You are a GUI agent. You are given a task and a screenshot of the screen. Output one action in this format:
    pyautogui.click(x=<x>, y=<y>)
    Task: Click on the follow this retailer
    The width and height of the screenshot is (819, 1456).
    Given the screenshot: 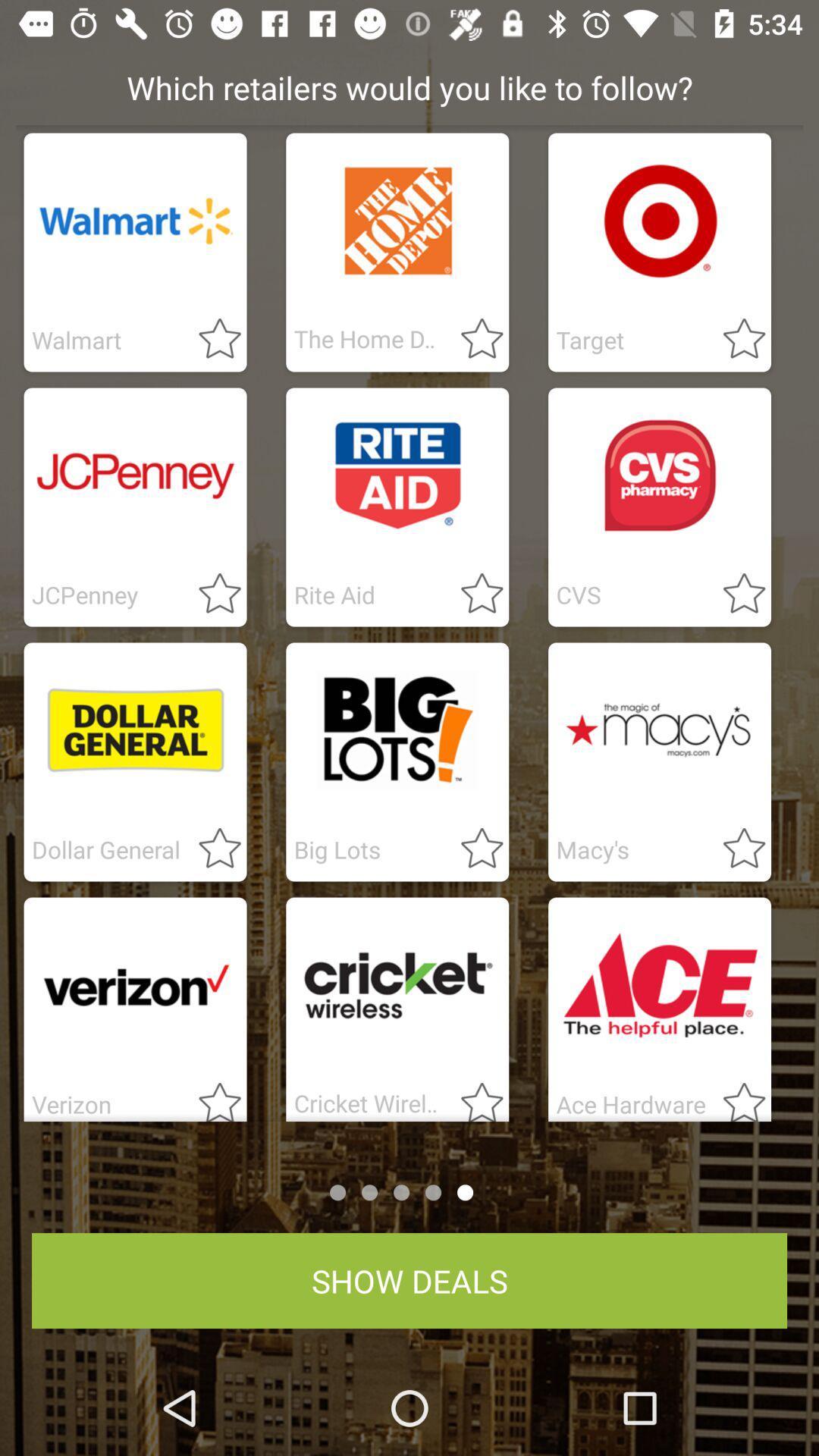 What is the action you would take?
    pyautogui.click(x=211, y=849)
    